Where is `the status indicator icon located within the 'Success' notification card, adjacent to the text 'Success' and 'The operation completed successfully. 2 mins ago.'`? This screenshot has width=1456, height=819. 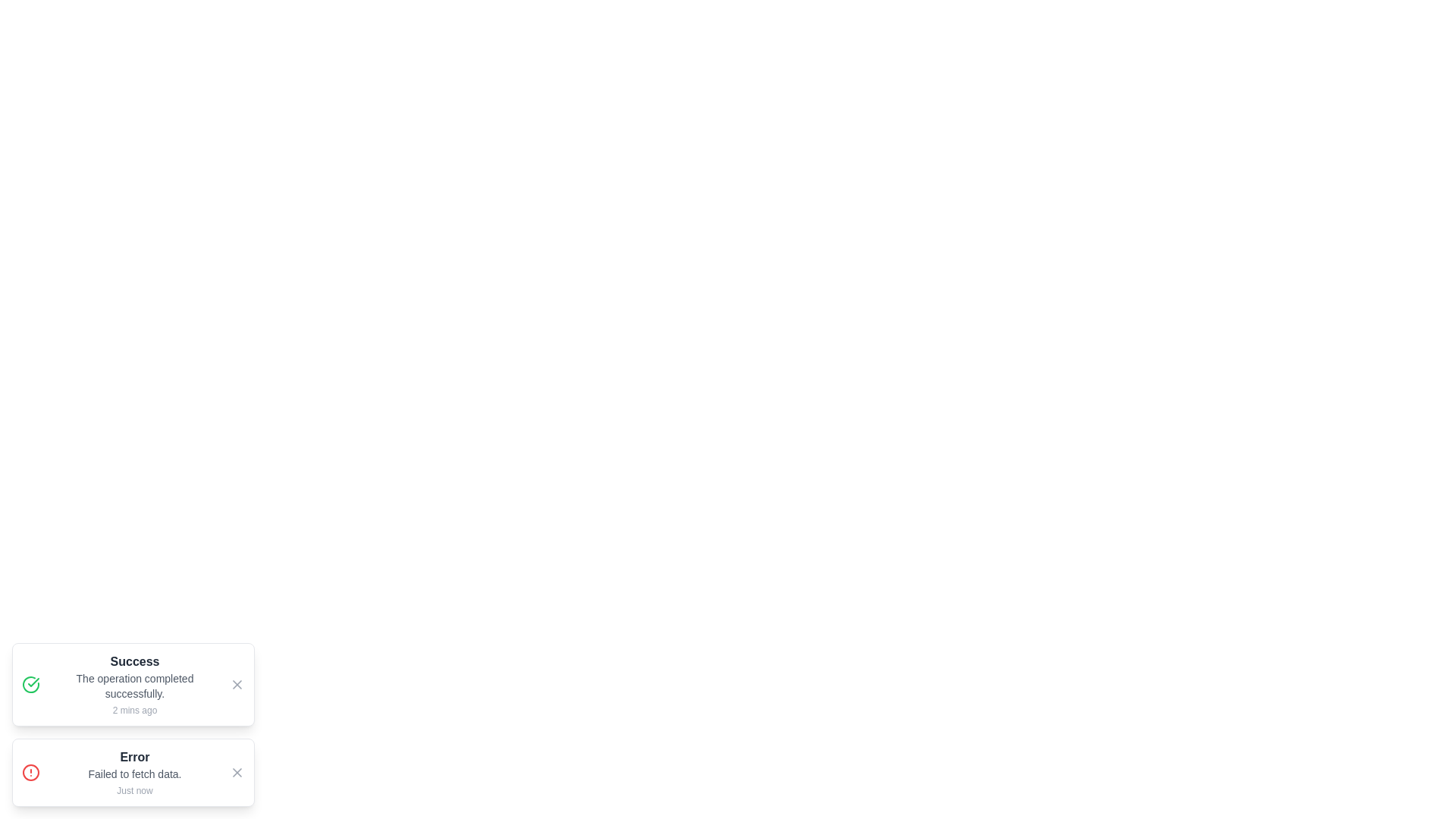
the status indicator icon located within the 'Success' notification card, adjacent to the text 'Success' and 'The operation completed successfully. 2 mins ago.' is located at coordinates (31, 684).